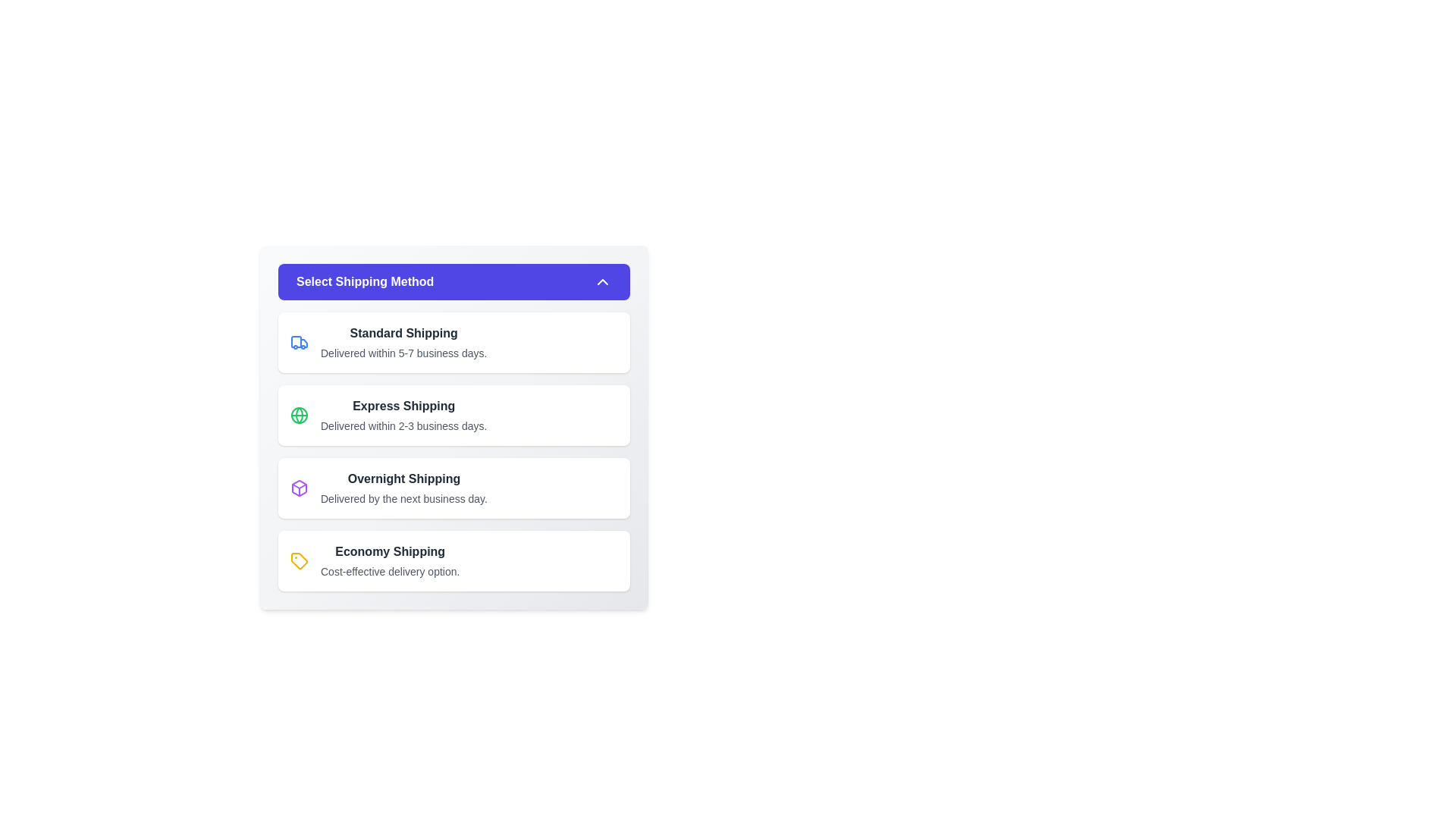 This screenshot has width=1456, height=819. Describe the element at coordinates (403, 426) in the screenshot. I see `the label located just below the 'Express Shipping' header in the shipping options section` at that location.